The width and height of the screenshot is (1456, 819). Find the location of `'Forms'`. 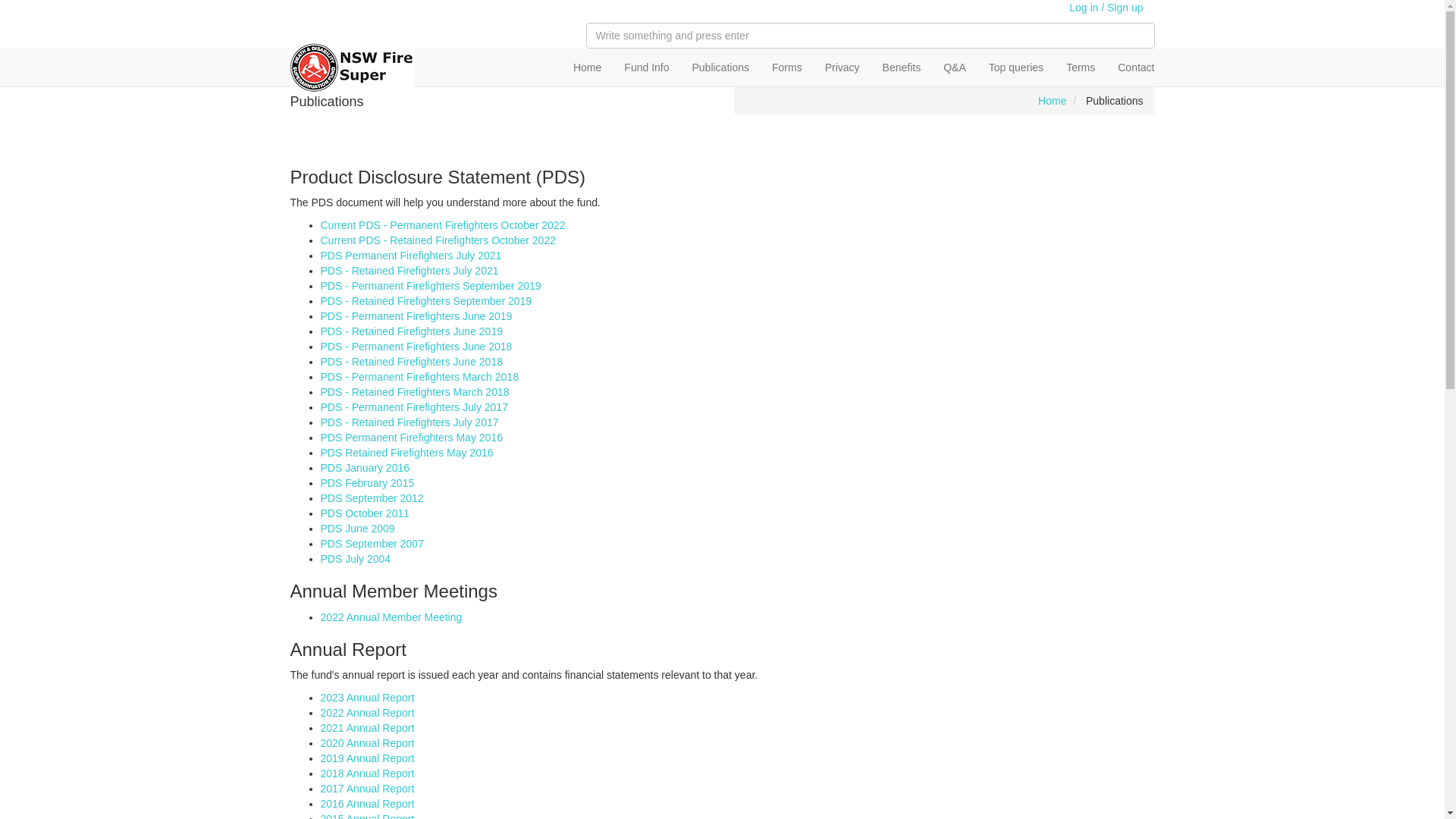

'Forms' is located at coordinates (761, 66).